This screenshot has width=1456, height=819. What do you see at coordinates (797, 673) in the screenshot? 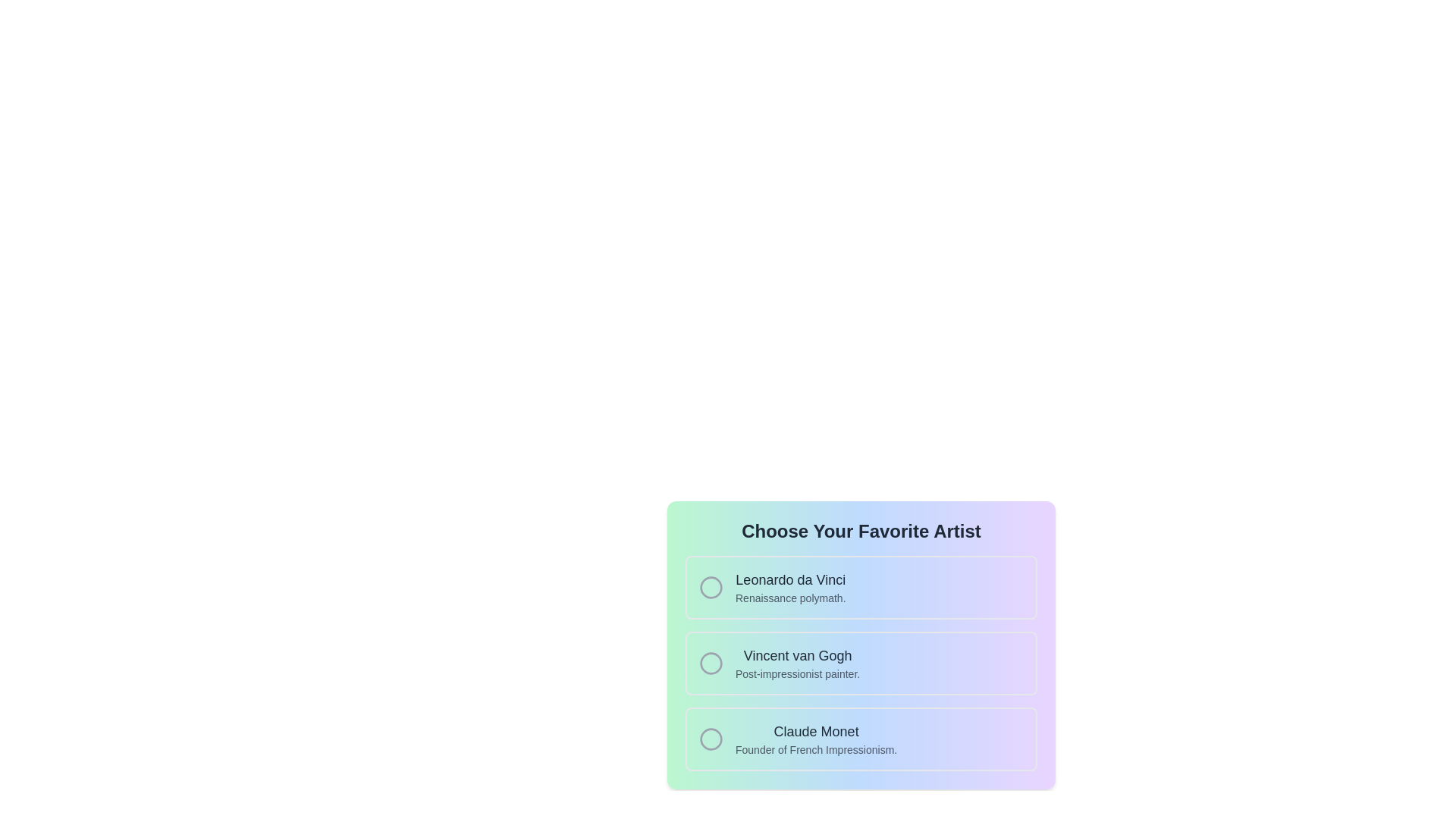
I see `the Text Label that provides additional context about 'Vincent van Gogh', positioned directly beneath the main label in the middle section of the vertically-stacked options` at bounding box center [797, 673].